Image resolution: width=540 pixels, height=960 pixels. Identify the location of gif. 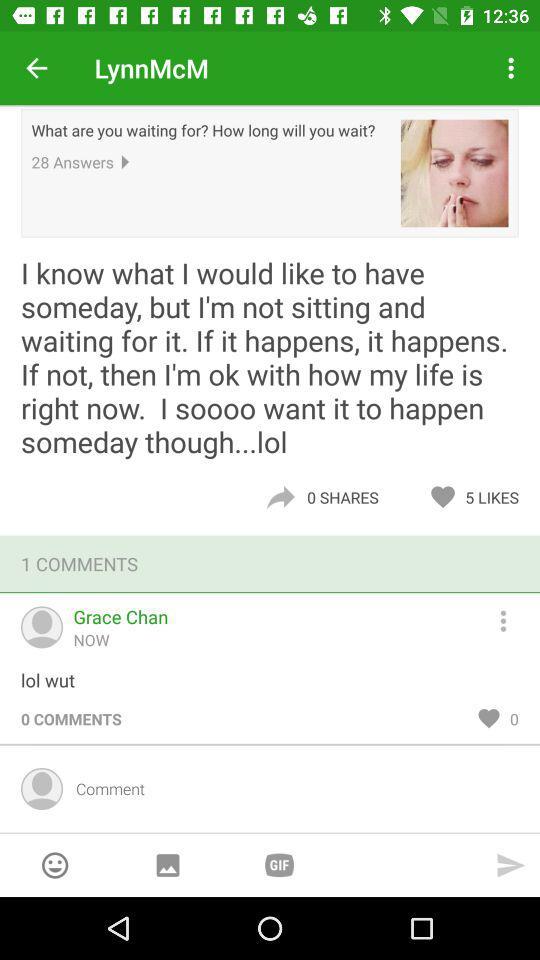
(278, 864).